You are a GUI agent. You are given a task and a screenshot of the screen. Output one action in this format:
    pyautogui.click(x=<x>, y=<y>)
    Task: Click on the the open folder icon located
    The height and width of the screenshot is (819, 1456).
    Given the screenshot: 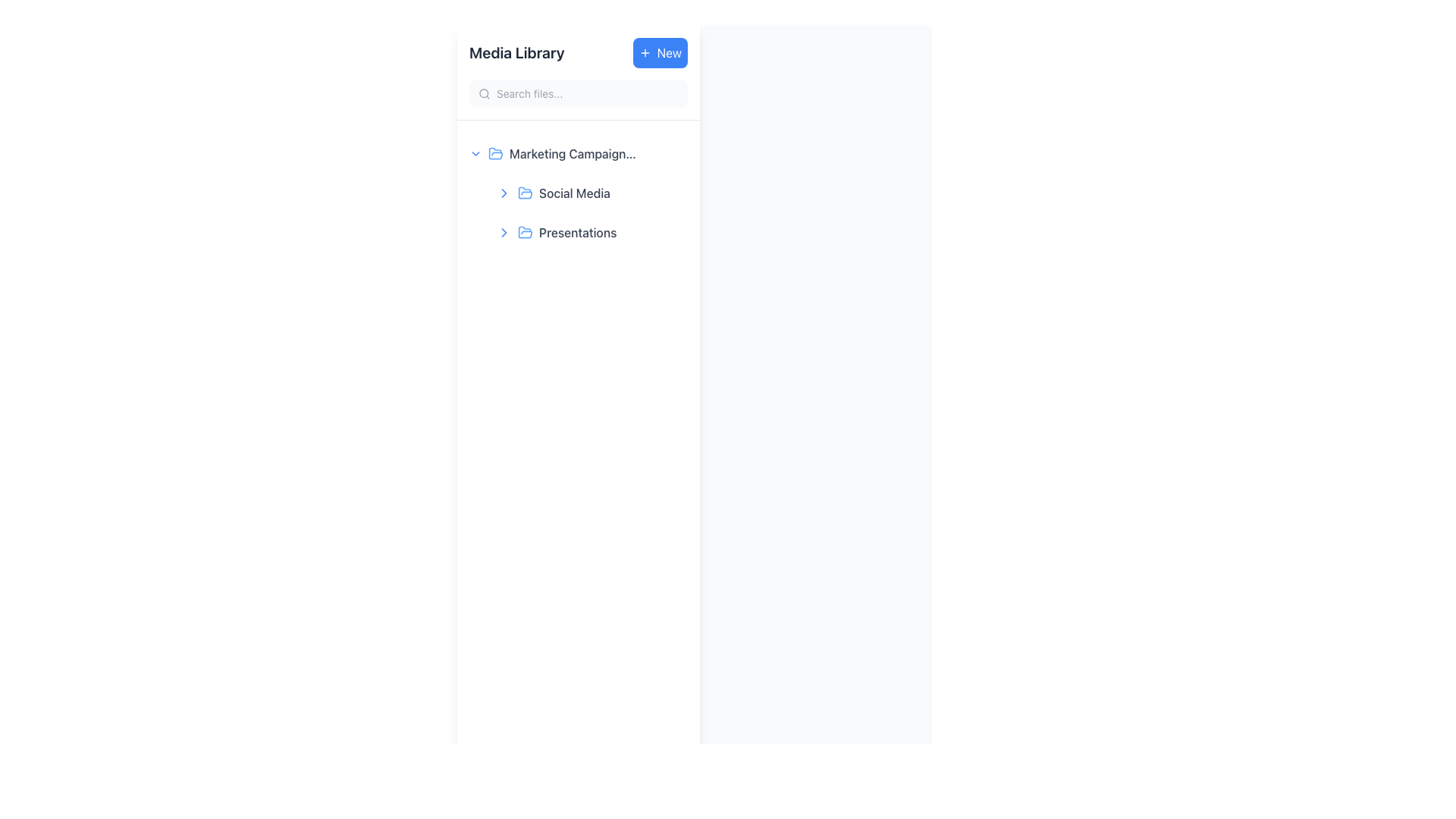 What is the action you would take?
    pyautogui.click(x=525, y=192)
    